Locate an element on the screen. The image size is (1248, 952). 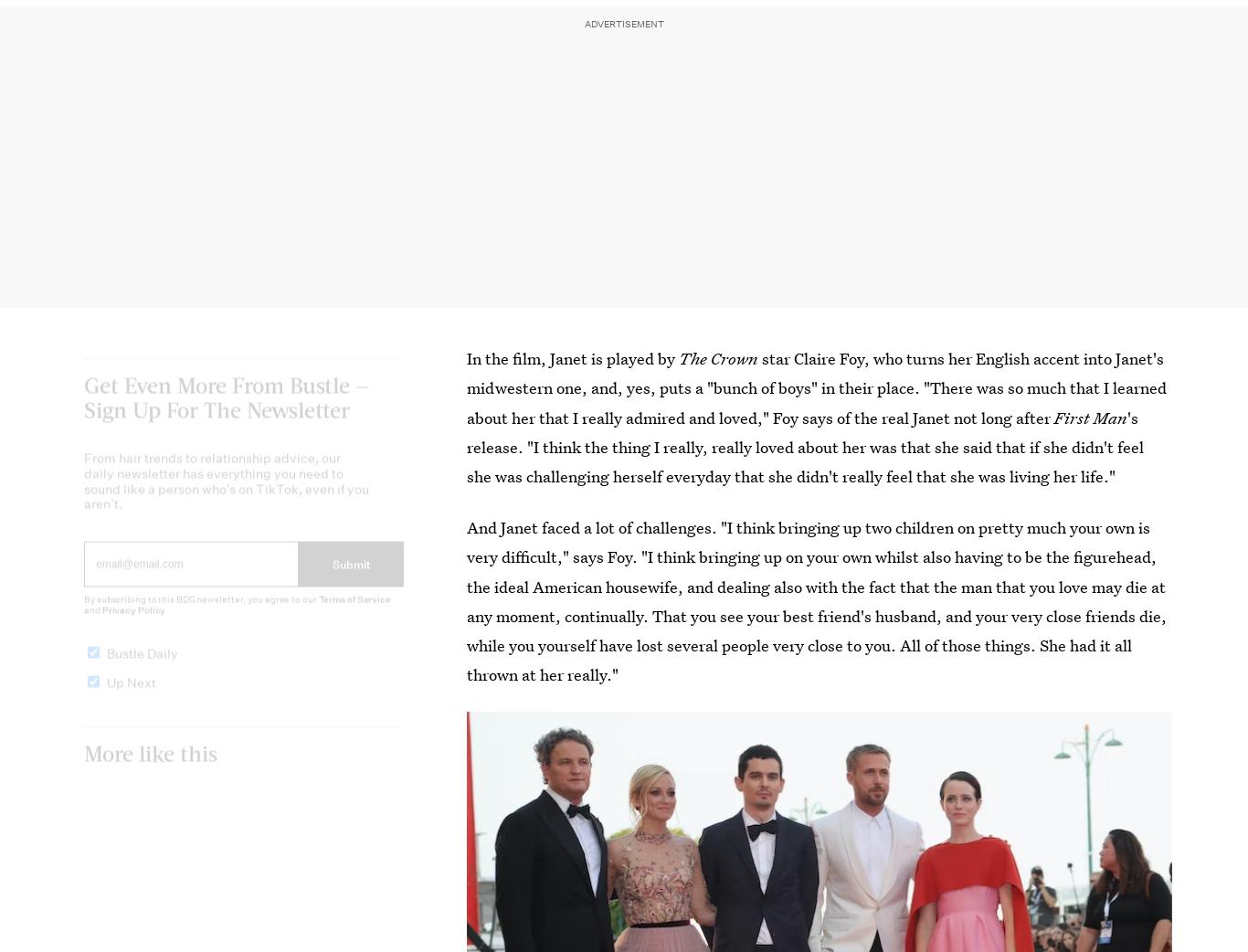
''s release. "I think the thing I really, really loved about her was that she said that if she didn't feel she was challenging herself everyday that she didn't really feel that she was living her life."' is located at coordinates (467, 447).